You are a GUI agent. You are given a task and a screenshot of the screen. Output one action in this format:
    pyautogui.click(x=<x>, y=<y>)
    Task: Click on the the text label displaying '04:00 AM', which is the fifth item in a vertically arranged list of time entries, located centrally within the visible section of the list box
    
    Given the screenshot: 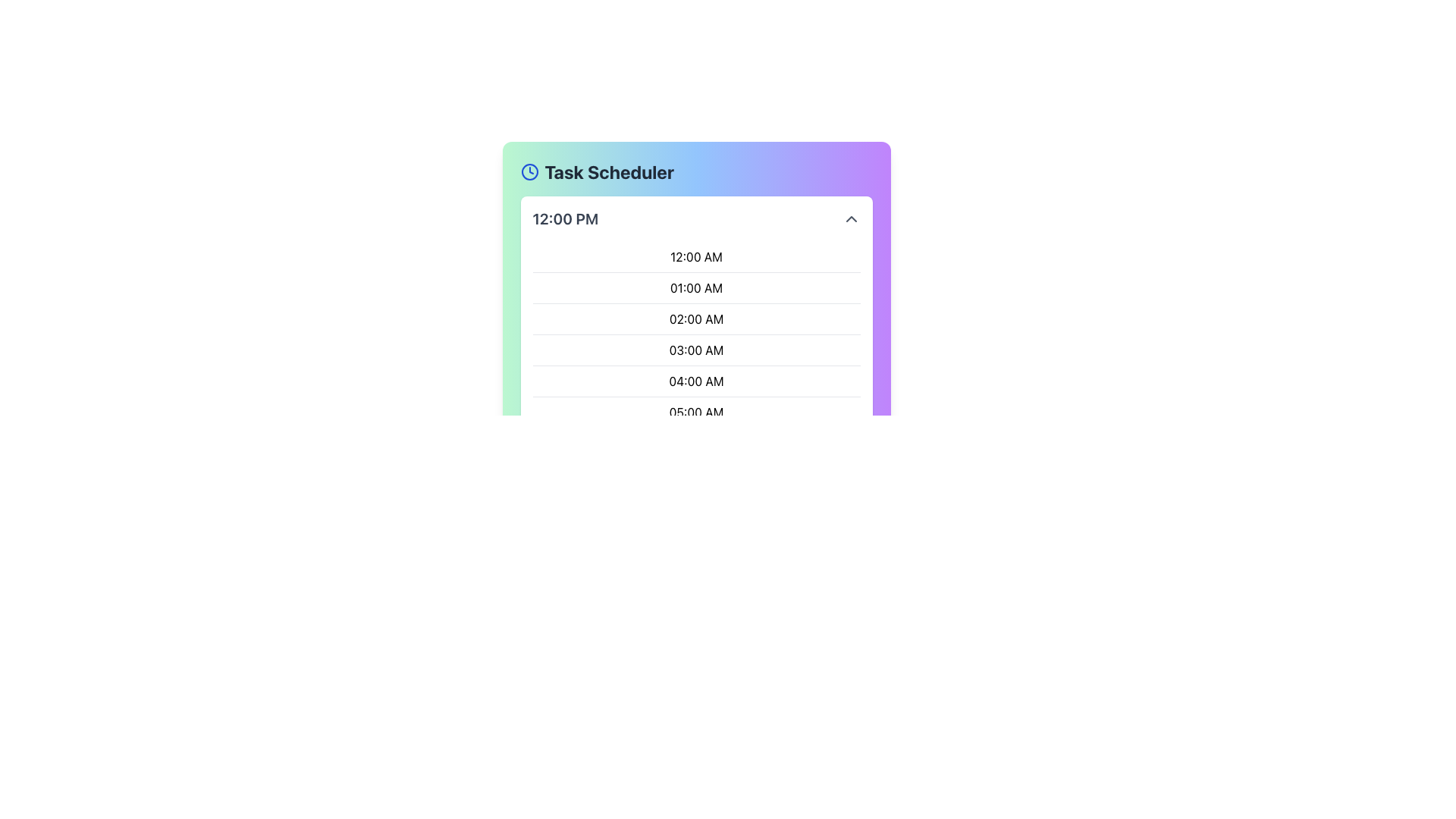 What is the action you would take?
    pyautogui.click(x=695, y=380)
    